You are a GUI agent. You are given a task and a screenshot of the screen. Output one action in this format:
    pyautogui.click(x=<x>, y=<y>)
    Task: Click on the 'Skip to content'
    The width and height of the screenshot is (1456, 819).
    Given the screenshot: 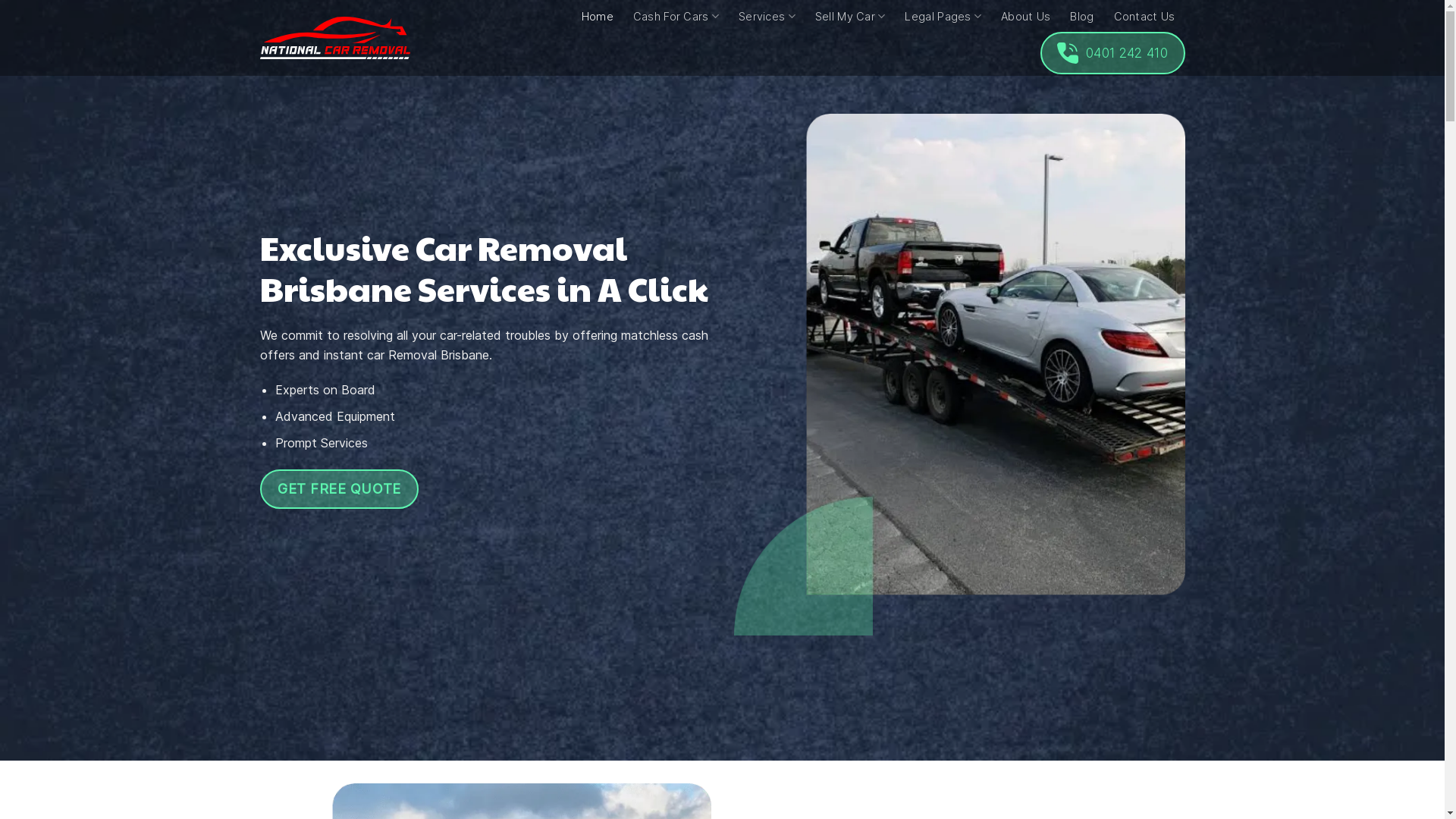 What is the action you would take?
    pyautogui.click(x=0, y=0)
    